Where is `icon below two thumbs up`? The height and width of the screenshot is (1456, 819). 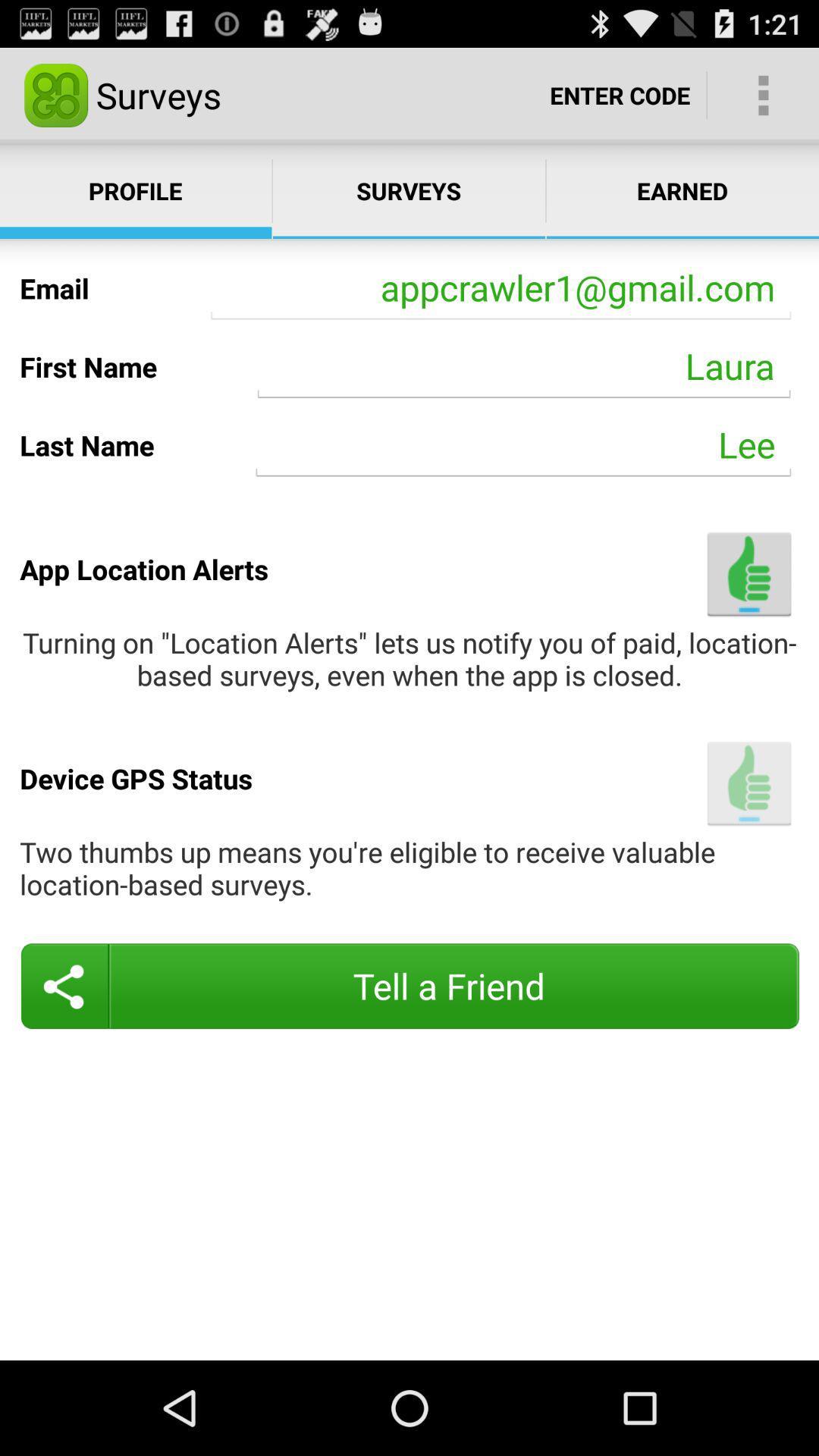 icon below two thumbs up is located at coordinates (409, 986).